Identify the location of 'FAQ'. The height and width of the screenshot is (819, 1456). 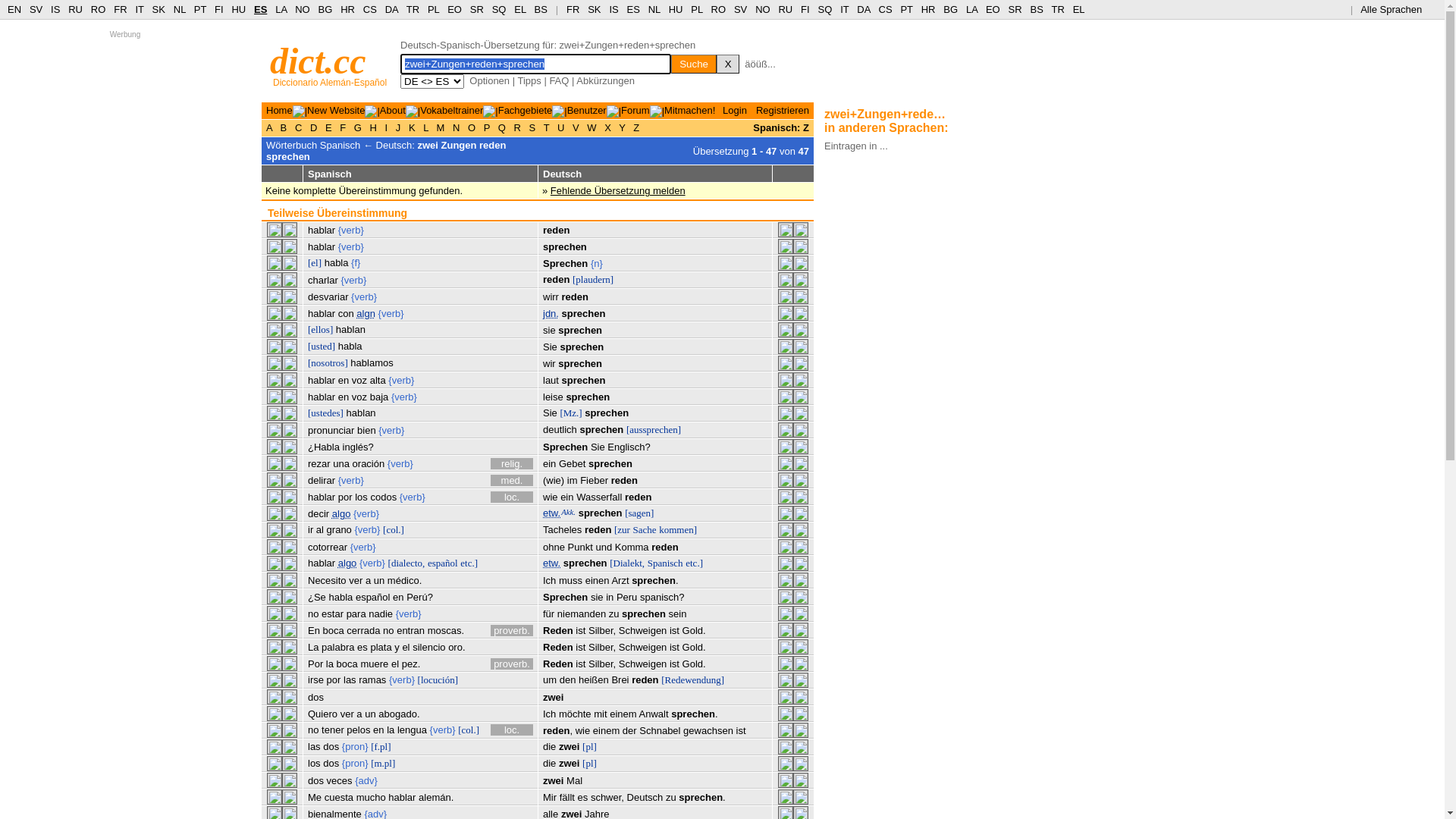
(558, 80).